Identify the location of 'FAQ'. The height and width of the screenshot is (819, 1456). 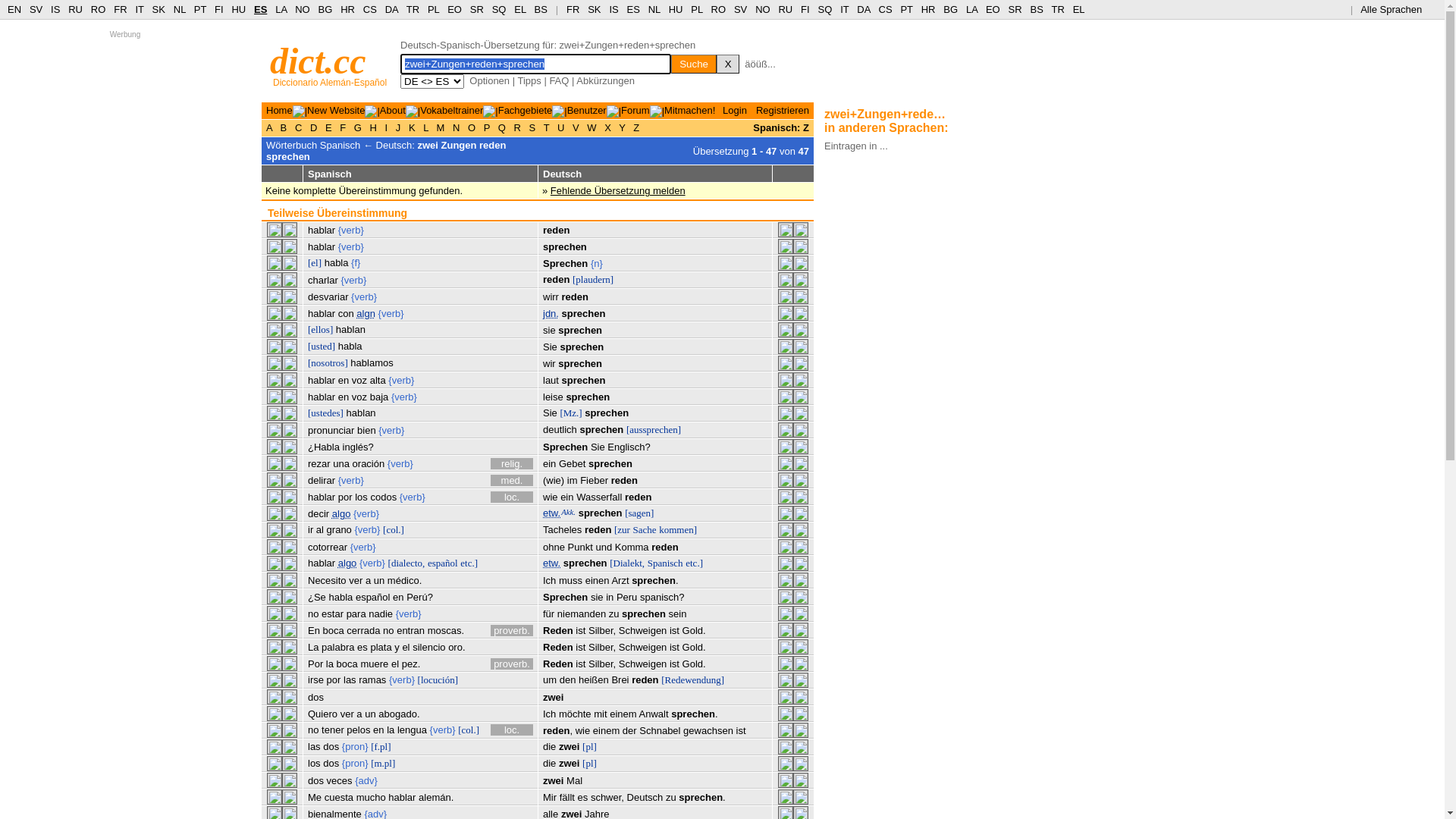
(558, 80).